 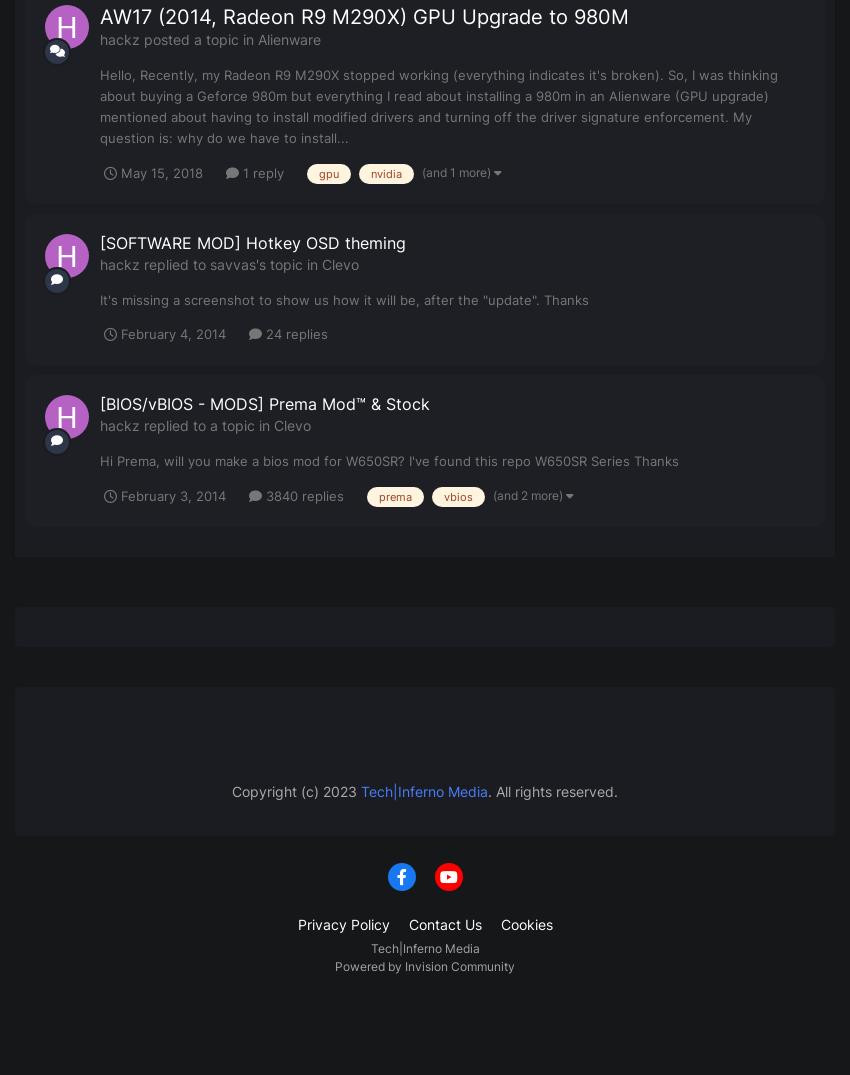 I want to click on 'replied to a topic in', so click(x=139, y=423).